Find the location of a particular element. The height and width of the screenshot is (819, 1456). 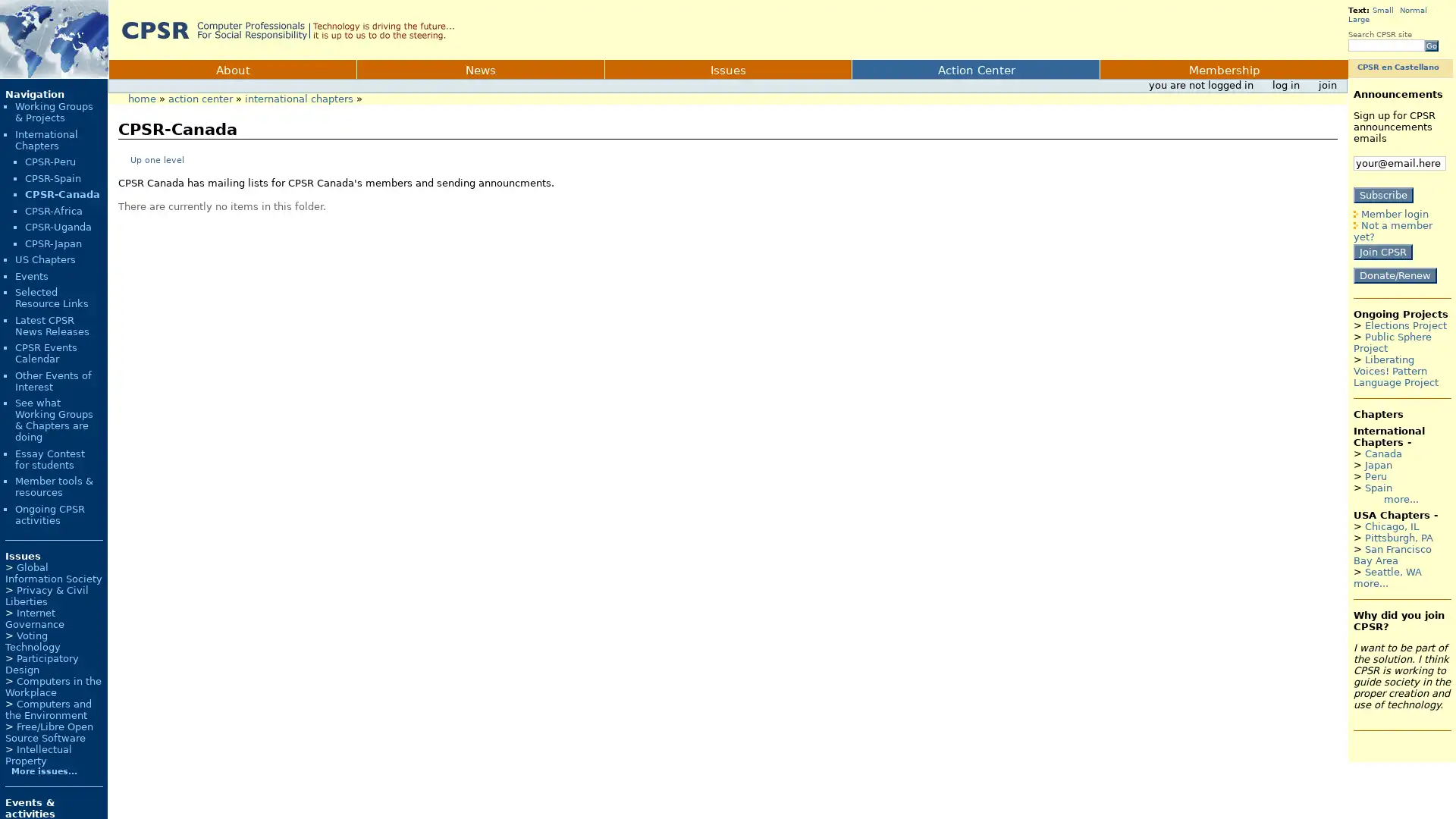

Join CPSR is located at coordinates (1382, 251).